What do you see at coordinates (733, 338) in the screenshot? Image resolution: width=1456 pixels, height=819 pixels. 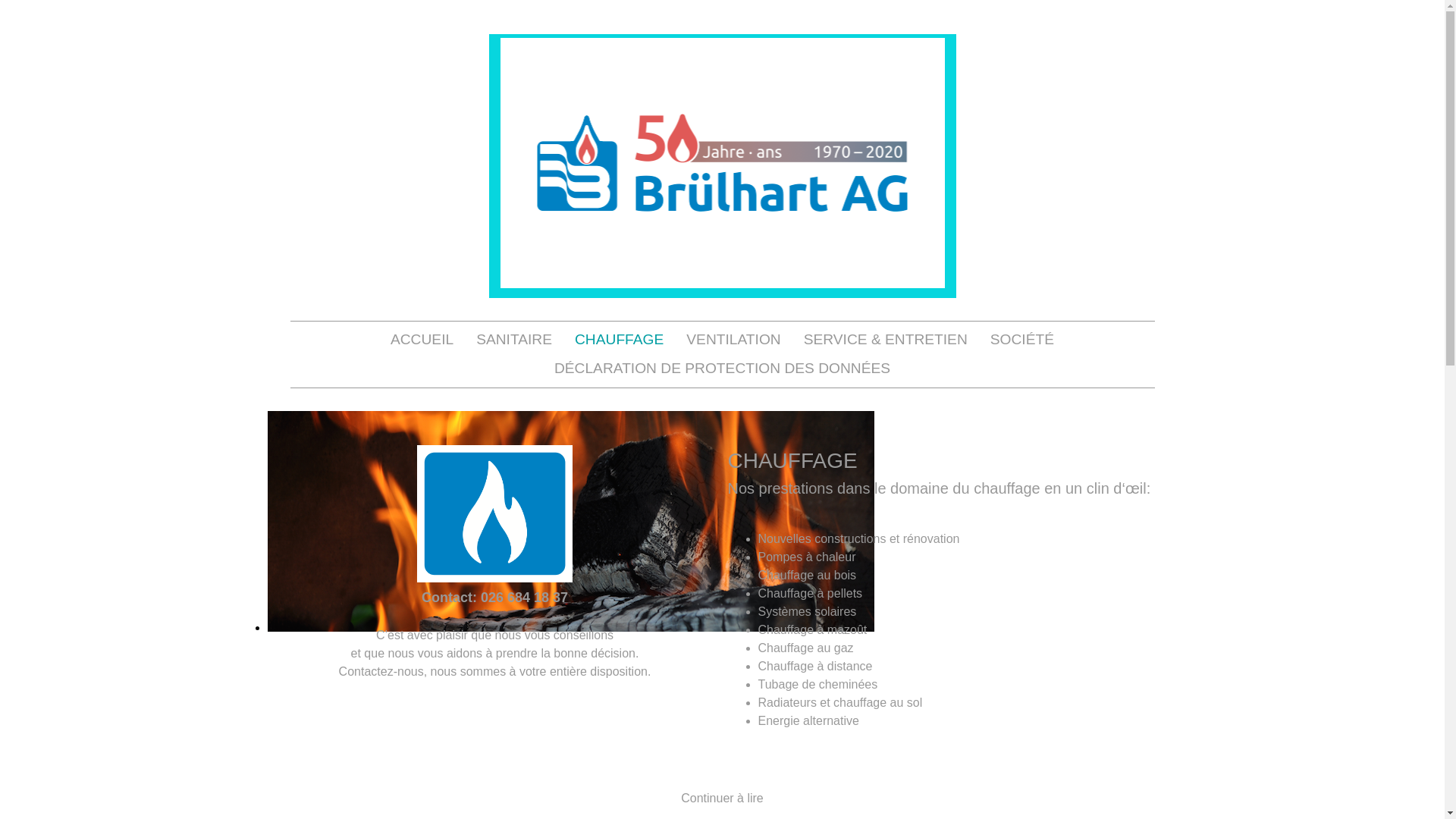 I see `'VENTILATION'` at bounding box center [733, 338].